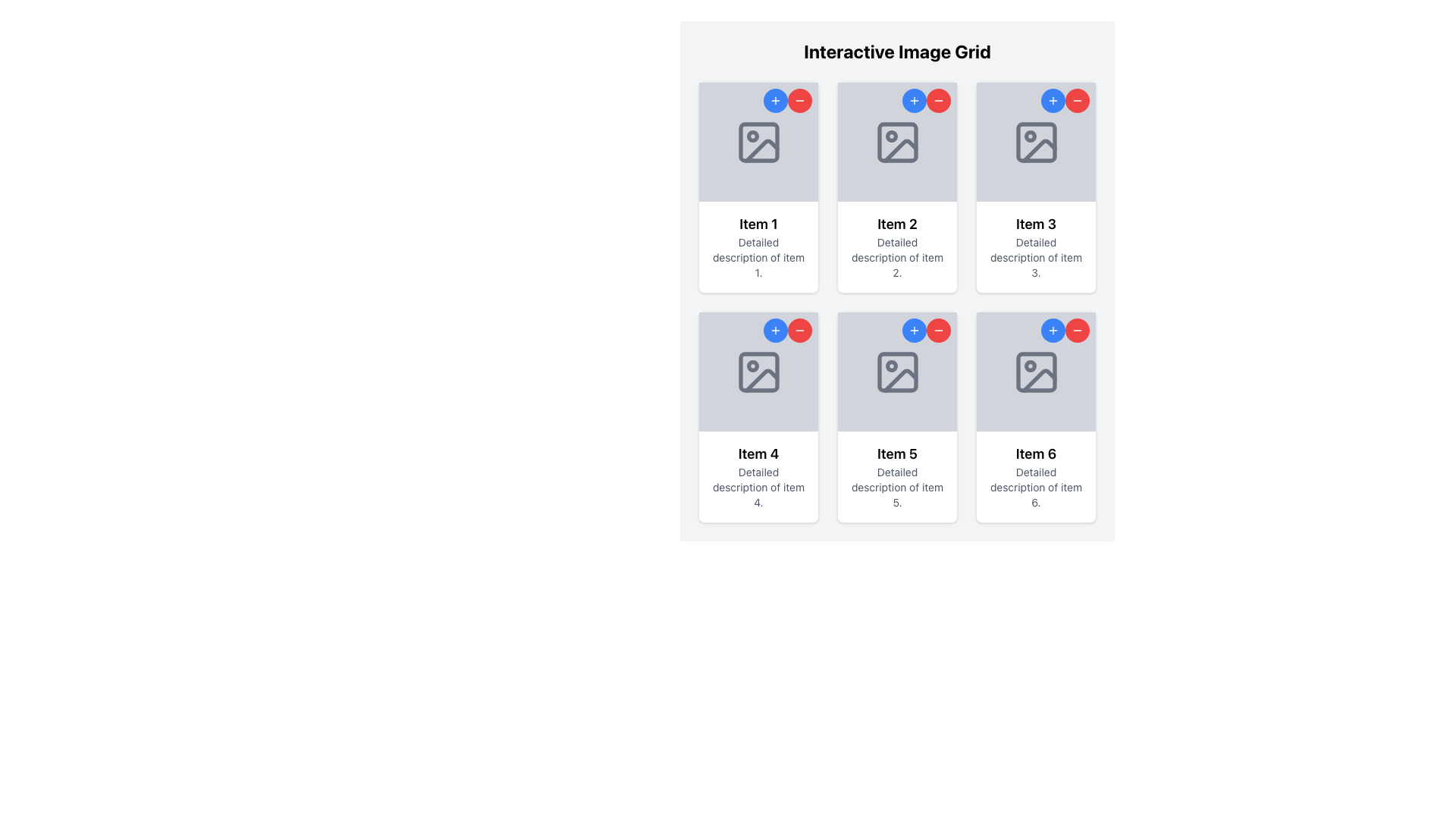  Describe the element at coordinates (787, 329) in the screenshot. I see `the plus button of the composite component located in the top-right corner of the card labeled 'Item 4'` at that location.